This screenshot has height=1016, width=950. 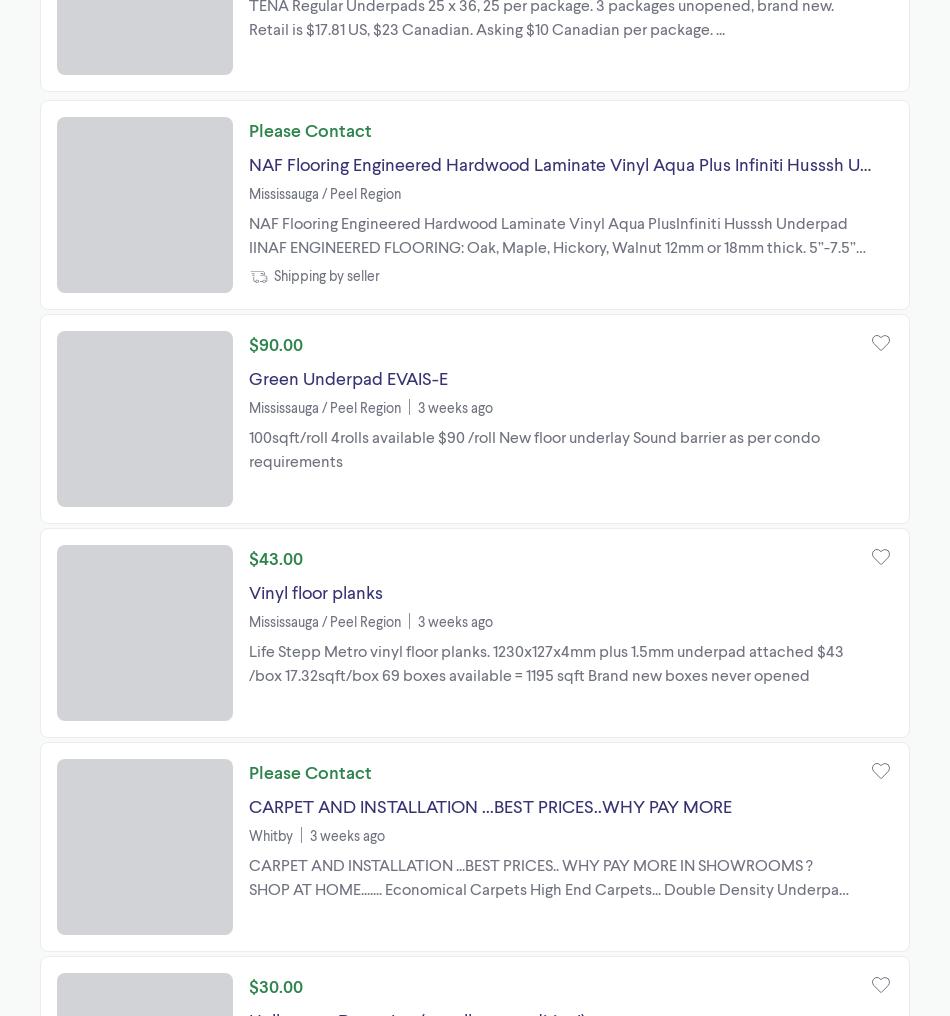 I want to click on 'NAF Flooring Engineered Hardwood Laminate Vinyl Aqua PlusInfiniti Husssh Underpad IINAF ENGINEERED FLOORING: Oak, Maple, Hickory, Walnut 12mm or 18mm thick. 5”-7.5” wide WE GUARANTEE BEST PRICES FOR GRANDEUR, VIDAR, NAF FLOORING AND MANY MORE. NAF, Infiniti 12.3mm, AquaPlus, Aqua Floor, Aqua Tile, Husssh Acoustic', so click(x=247, y=256).